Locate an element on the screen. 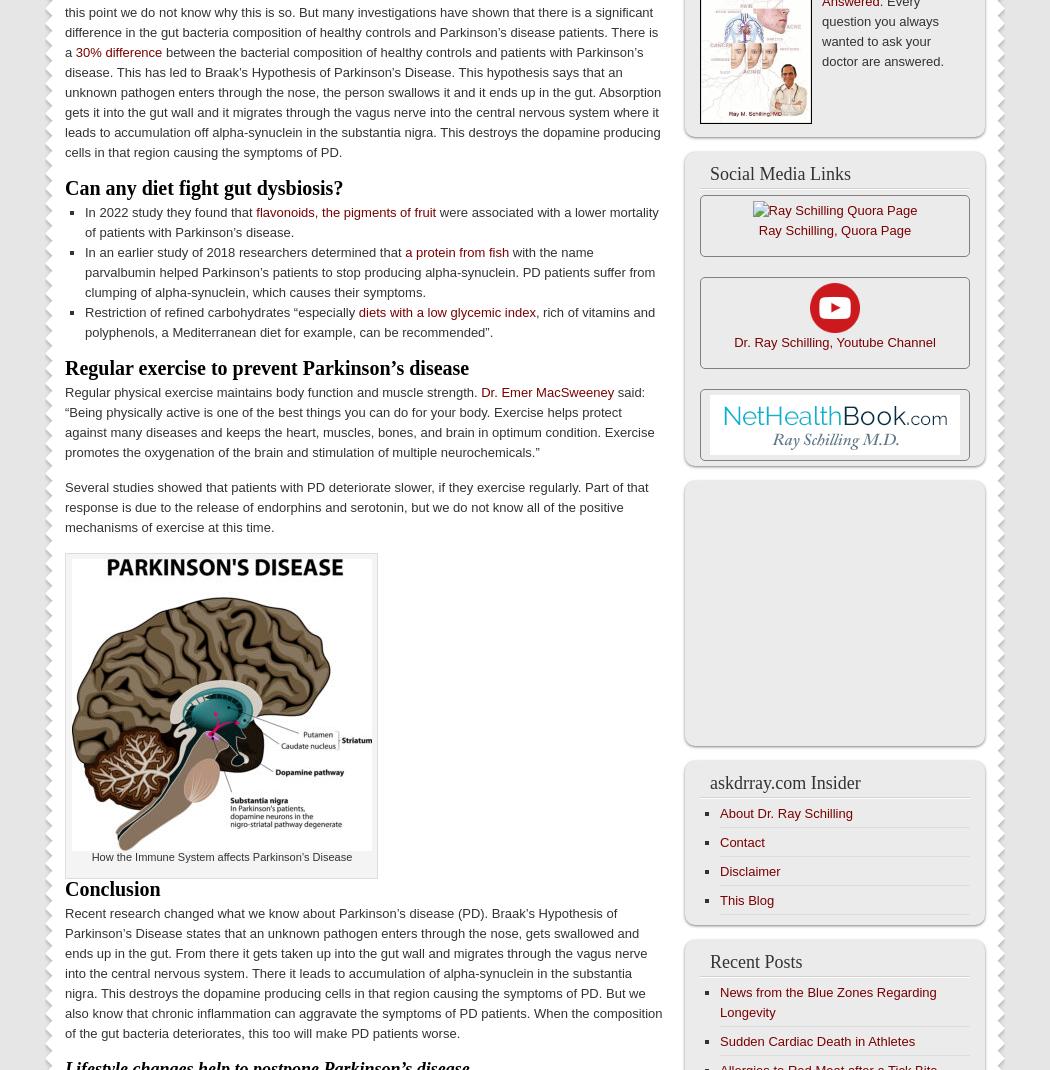 This screenshot has height=1070, width=1050. 'askdrray.com Insider' is located at coordinates (784, 782).